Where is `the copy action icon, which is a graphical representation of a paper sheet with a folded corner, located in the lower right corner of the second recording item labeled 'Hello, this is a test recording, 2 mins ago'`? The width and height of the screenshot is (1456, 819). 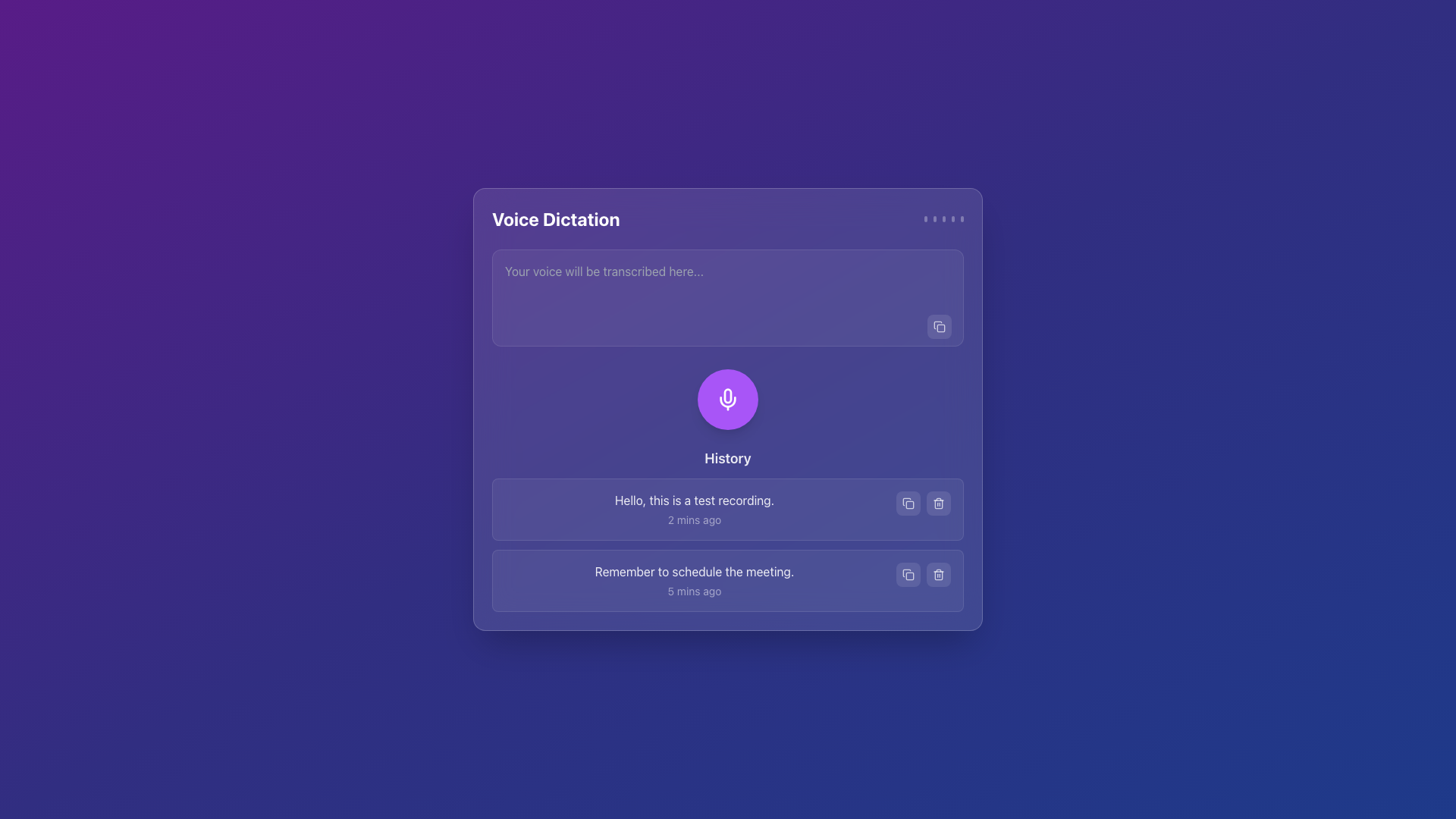
the copy action icon, which is a graphical representation of a paper sheet with a folded corner, located in the lower right corner of the second recording item labeled 'Hello, this is a test recording, 2 mins ago' is located at coordinates (906, 502).